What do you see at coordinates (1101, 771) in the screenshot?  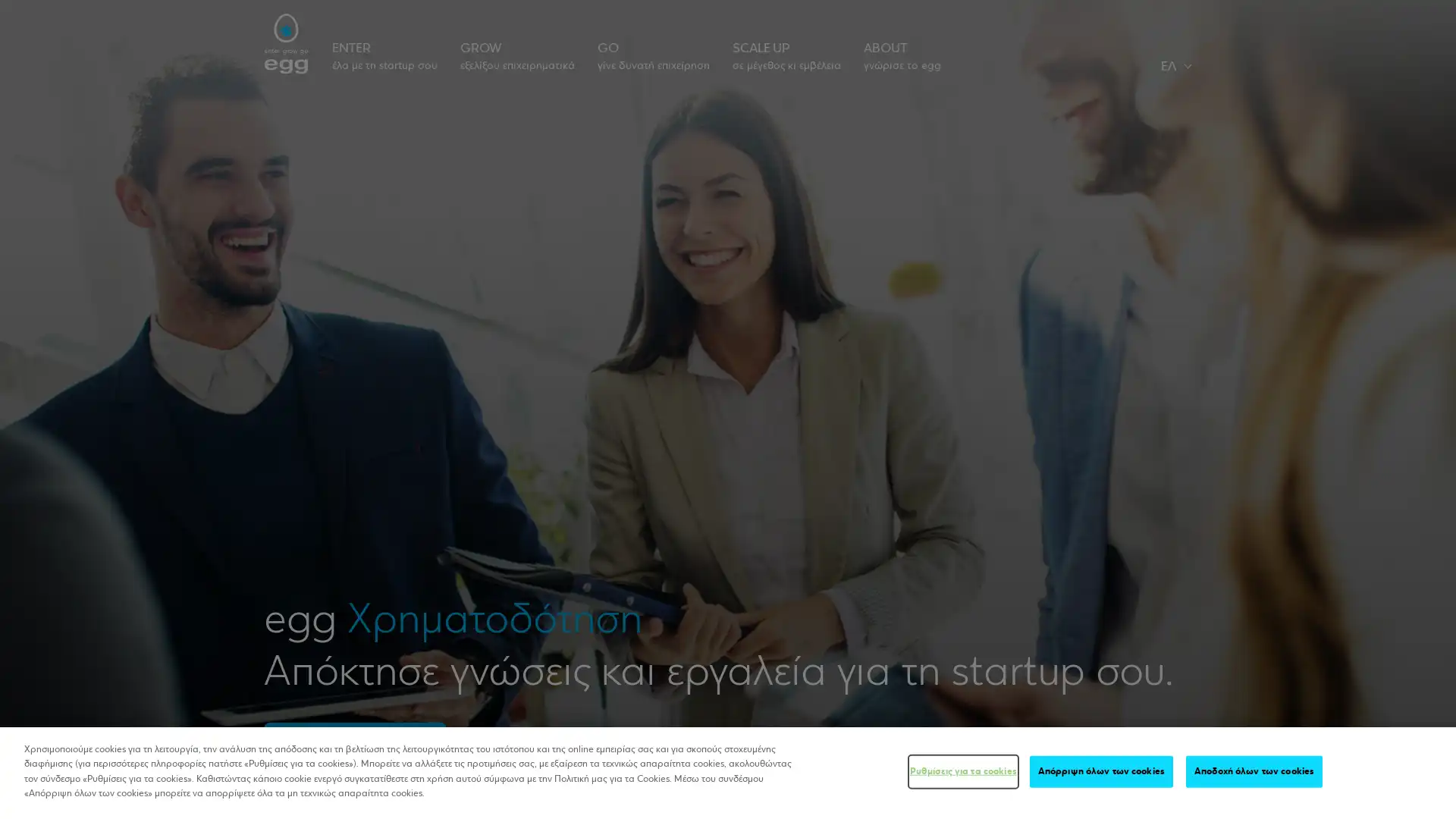 I see `cookies` at bounding box center [1101, 771].